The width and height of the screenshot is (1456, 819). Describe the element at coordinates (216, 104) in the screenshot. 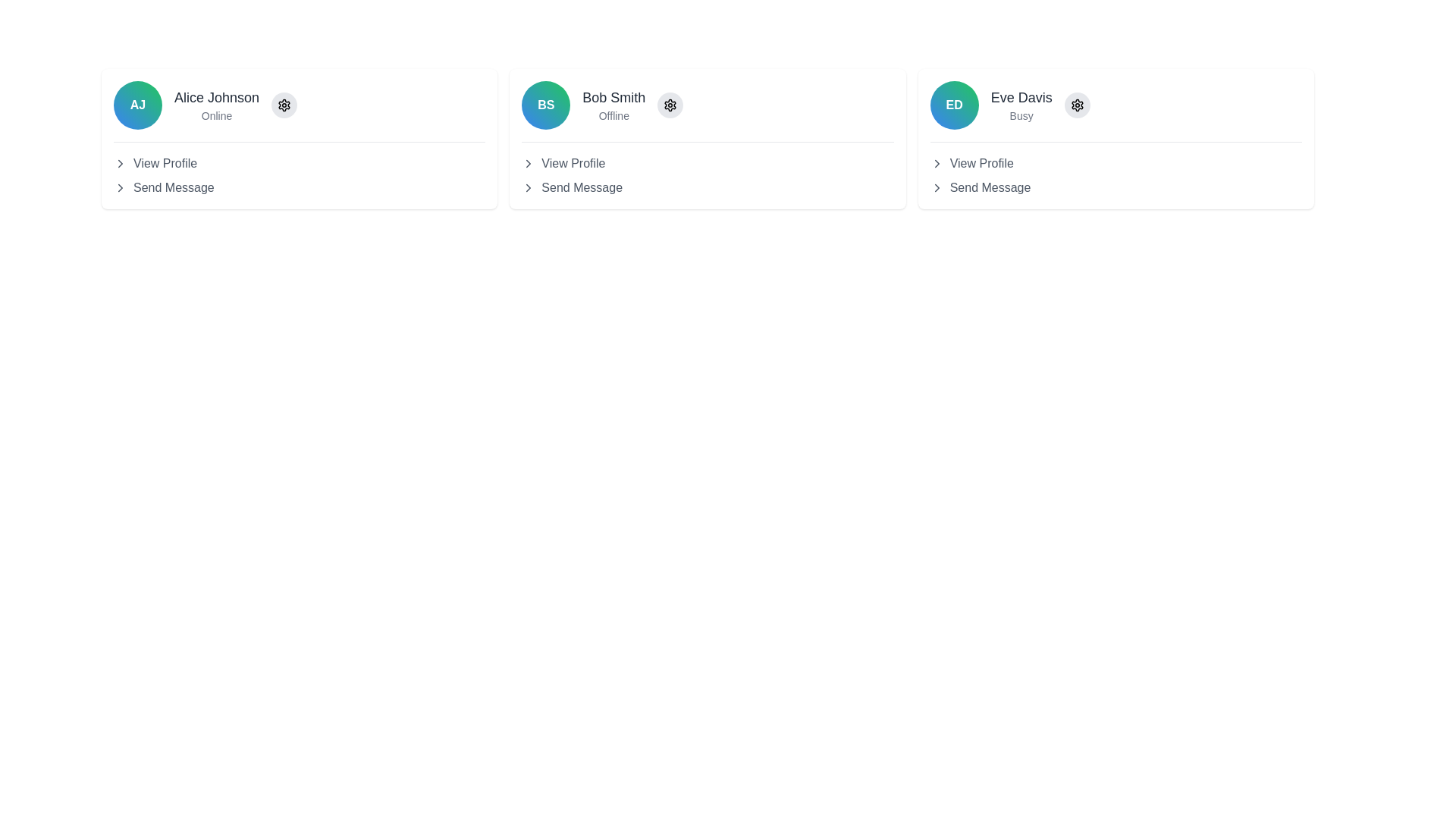

I see `the Text Display Component that shows the user's name and status, located to the right of the avatar labeled 'AJ' in the first profile card from the left` at that location.